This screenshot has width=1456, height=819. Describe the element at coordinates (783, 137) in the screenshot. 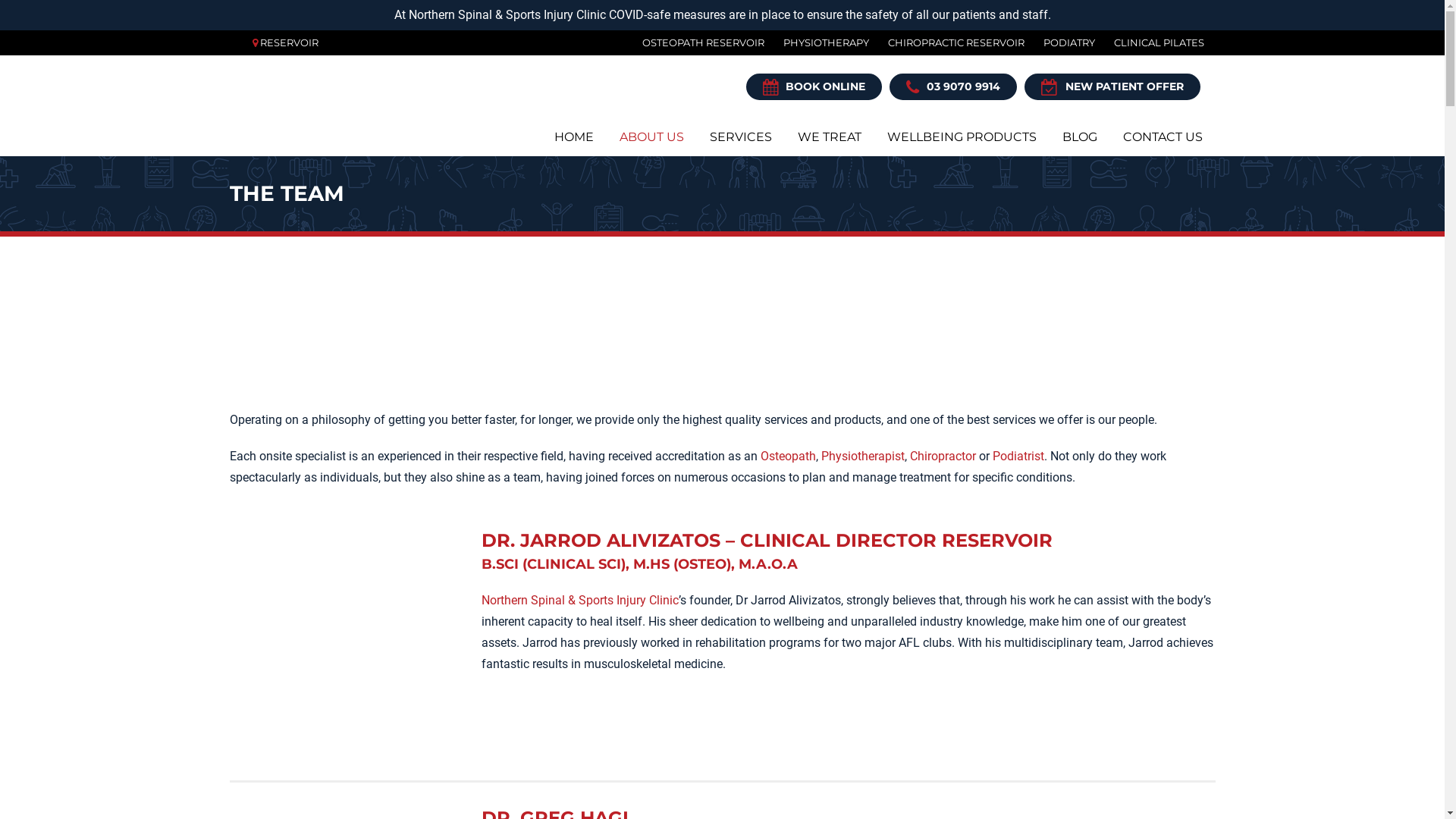

I see `'WE TREAT'` at that location.